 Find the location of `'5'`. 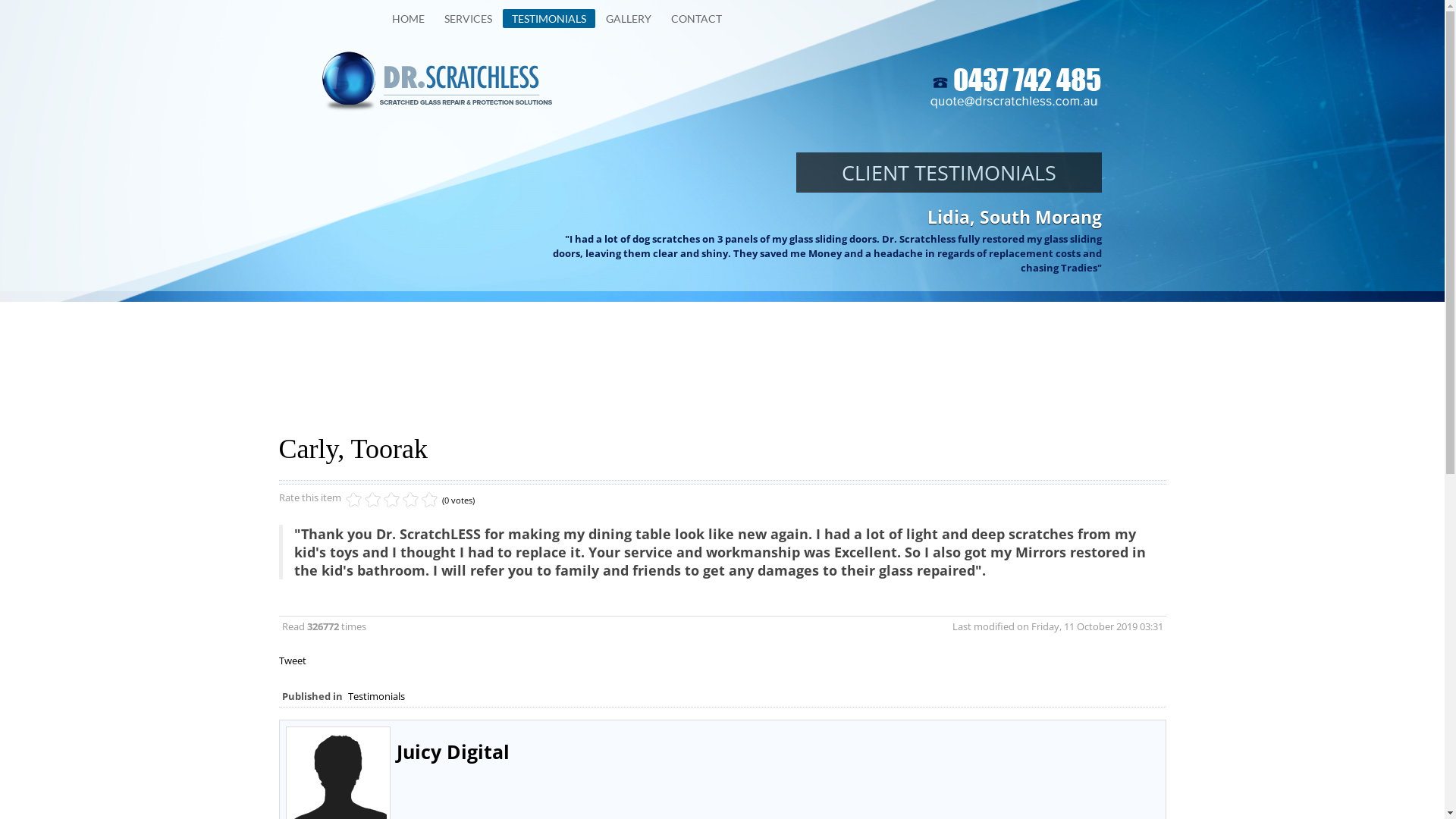

'5' is located at coordinates (391, 500).